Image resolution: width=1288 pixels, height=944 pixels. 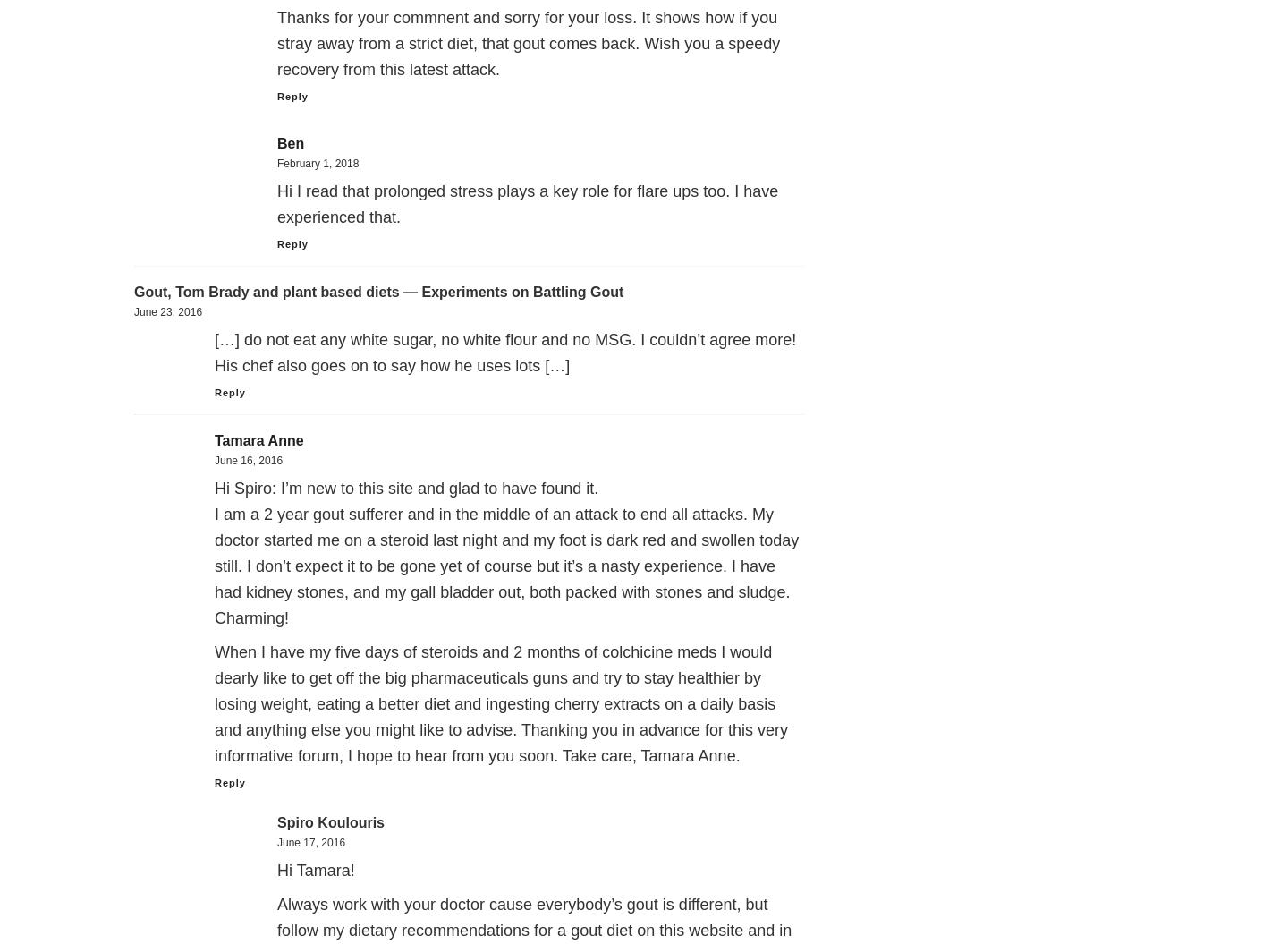 I want to click on 'February 1, 2018', so click(x=318, y=163).